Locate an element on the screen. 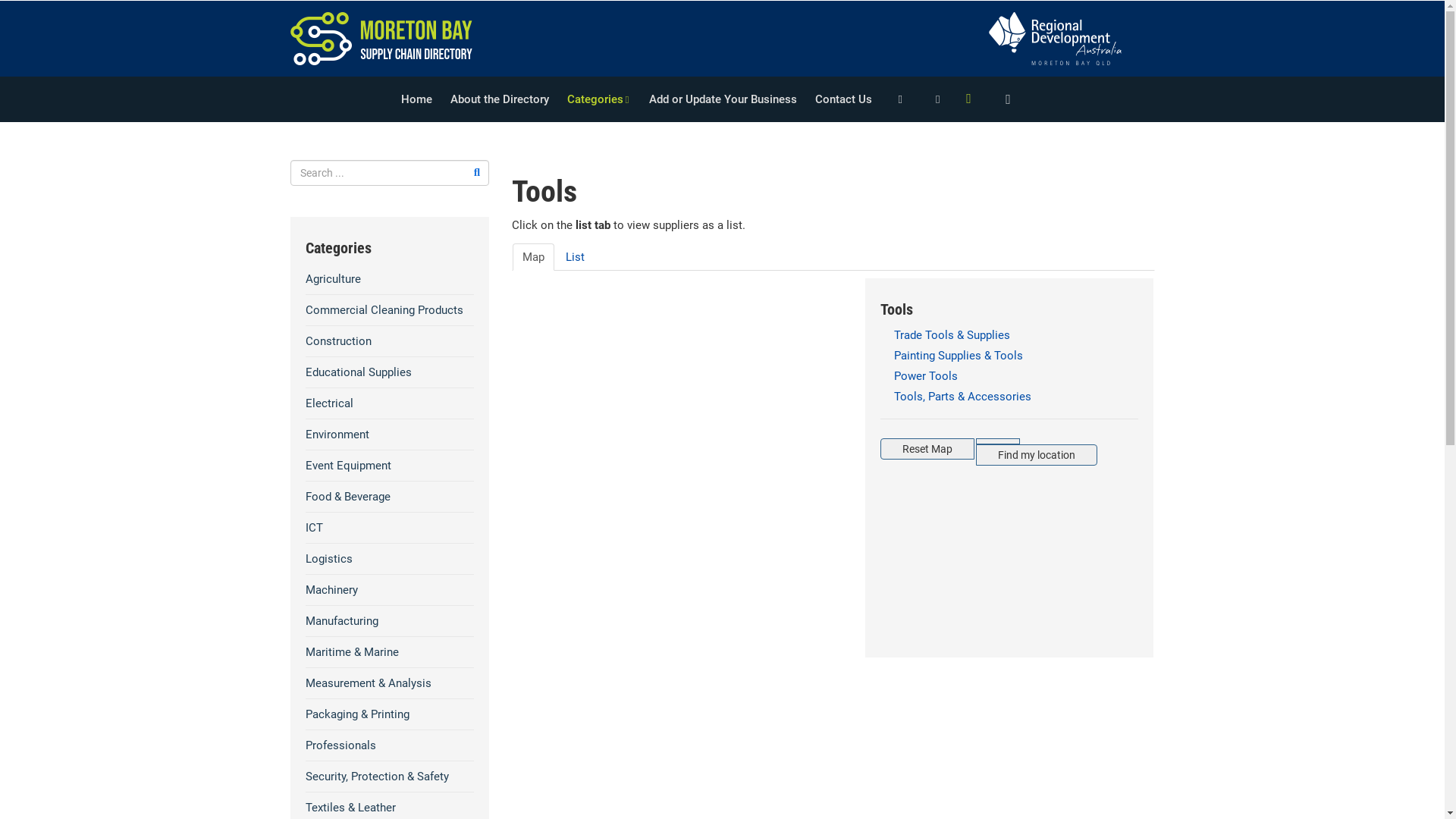 This screenshot has width=1456, height=819. 'Painting Supplies & Tools' is located at coordinates (1009, 356).